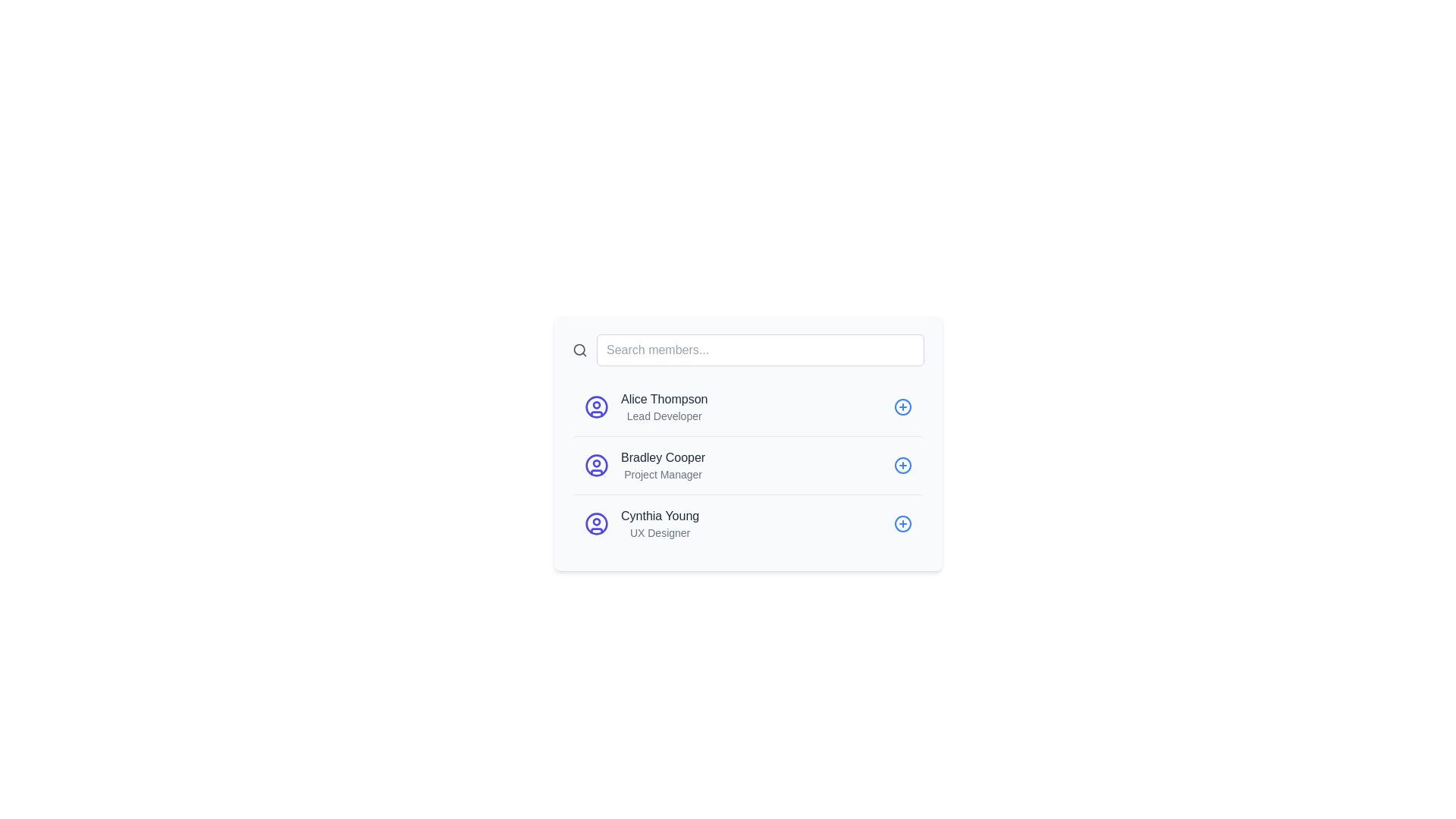 This screenshot has height=819, width=1456. I want to click on the Profile listing entry for 'Cynthia Young', which includes an avatar icon on the left and text fields displaying her name and title, so click(642, 522).